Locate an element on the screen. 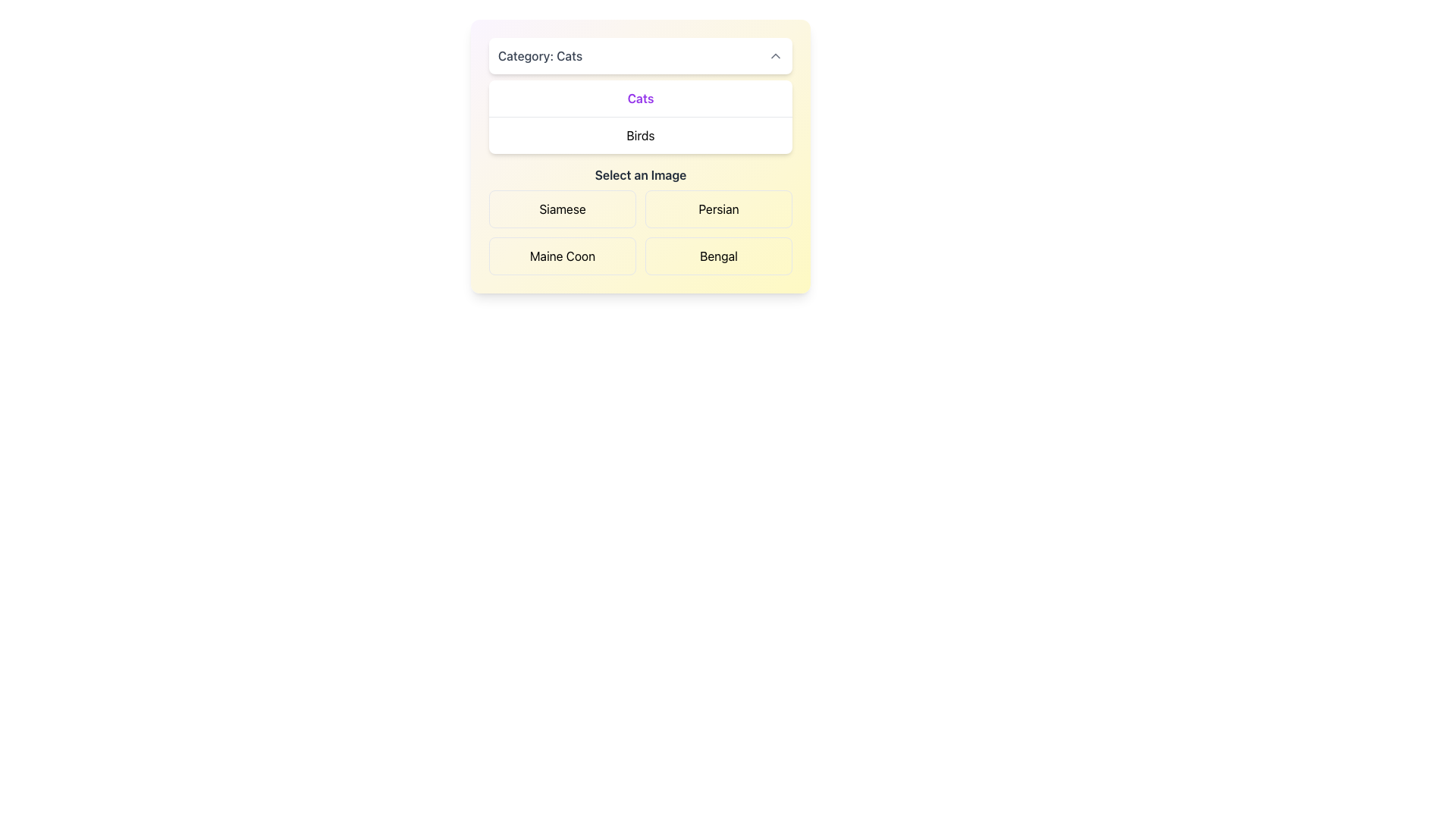  the text label displaying 'Category: Cats' within the dropdown menu interface is located at coordinates (540, 55).